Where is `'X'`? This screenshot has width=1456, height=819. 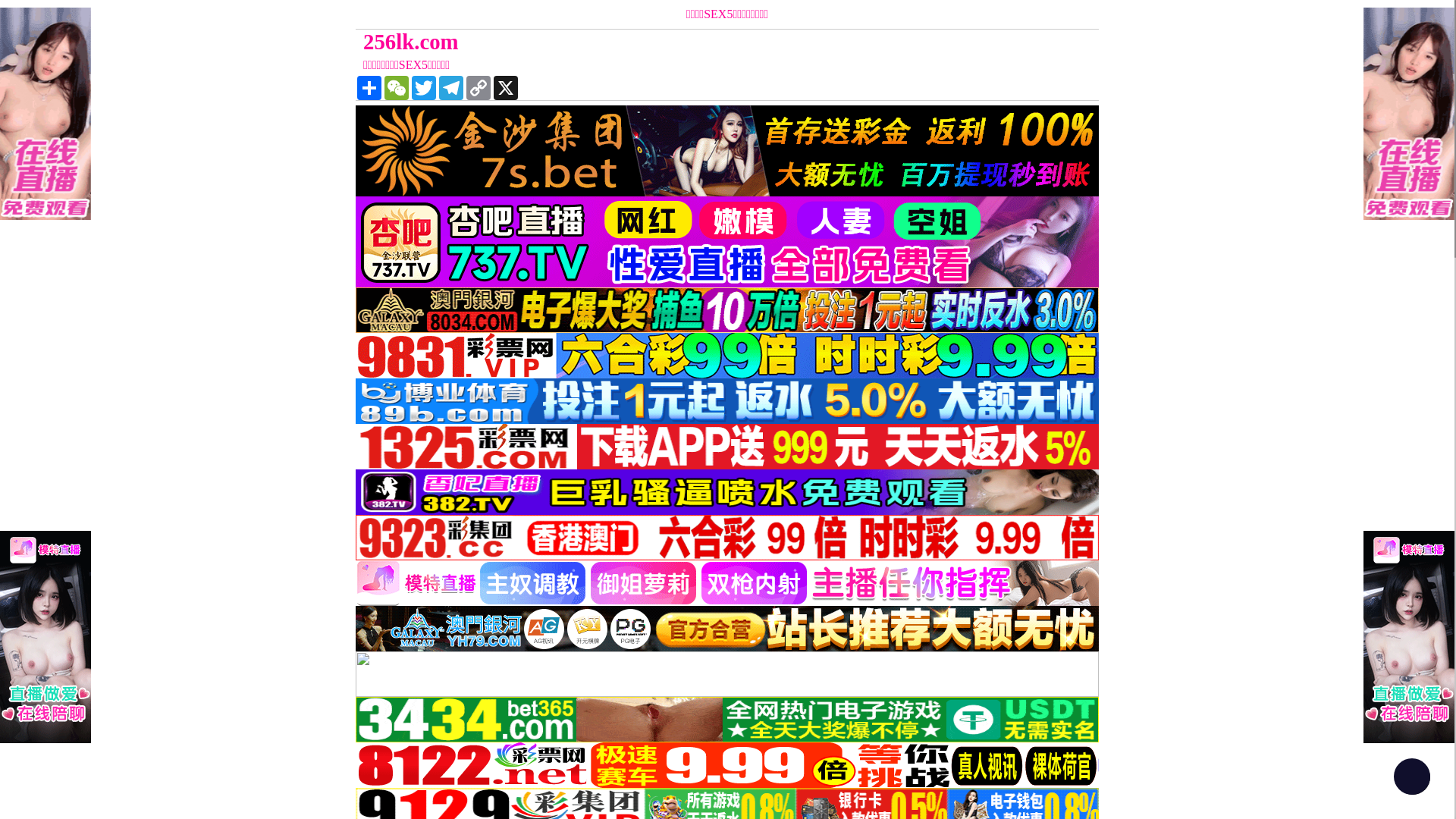
'X' is located at coordinates (506, 87).